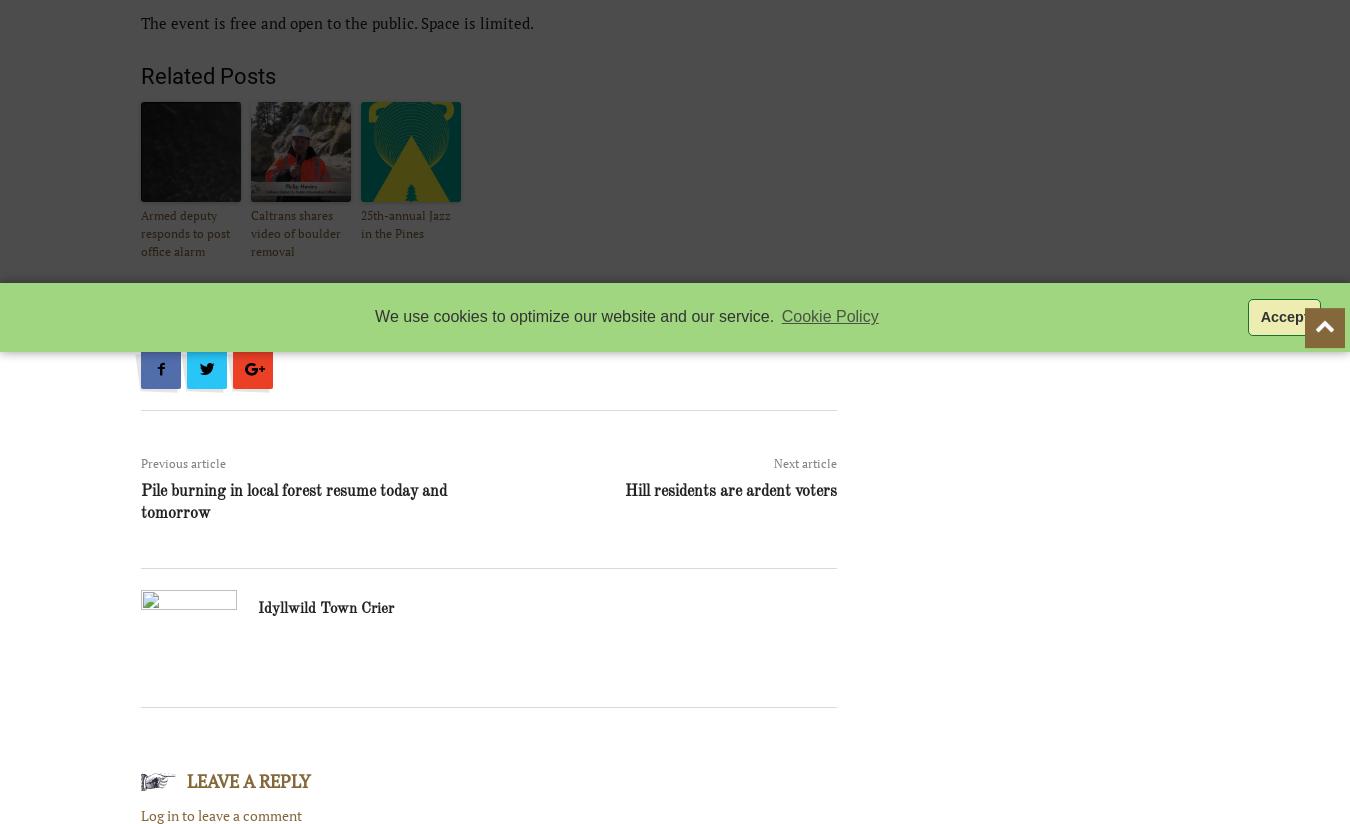  What do you see at coordinates (375, 316) in the screenshot?
I see `'We use cookies to optimize our website and our service.'` at bounding box center [375, 316].